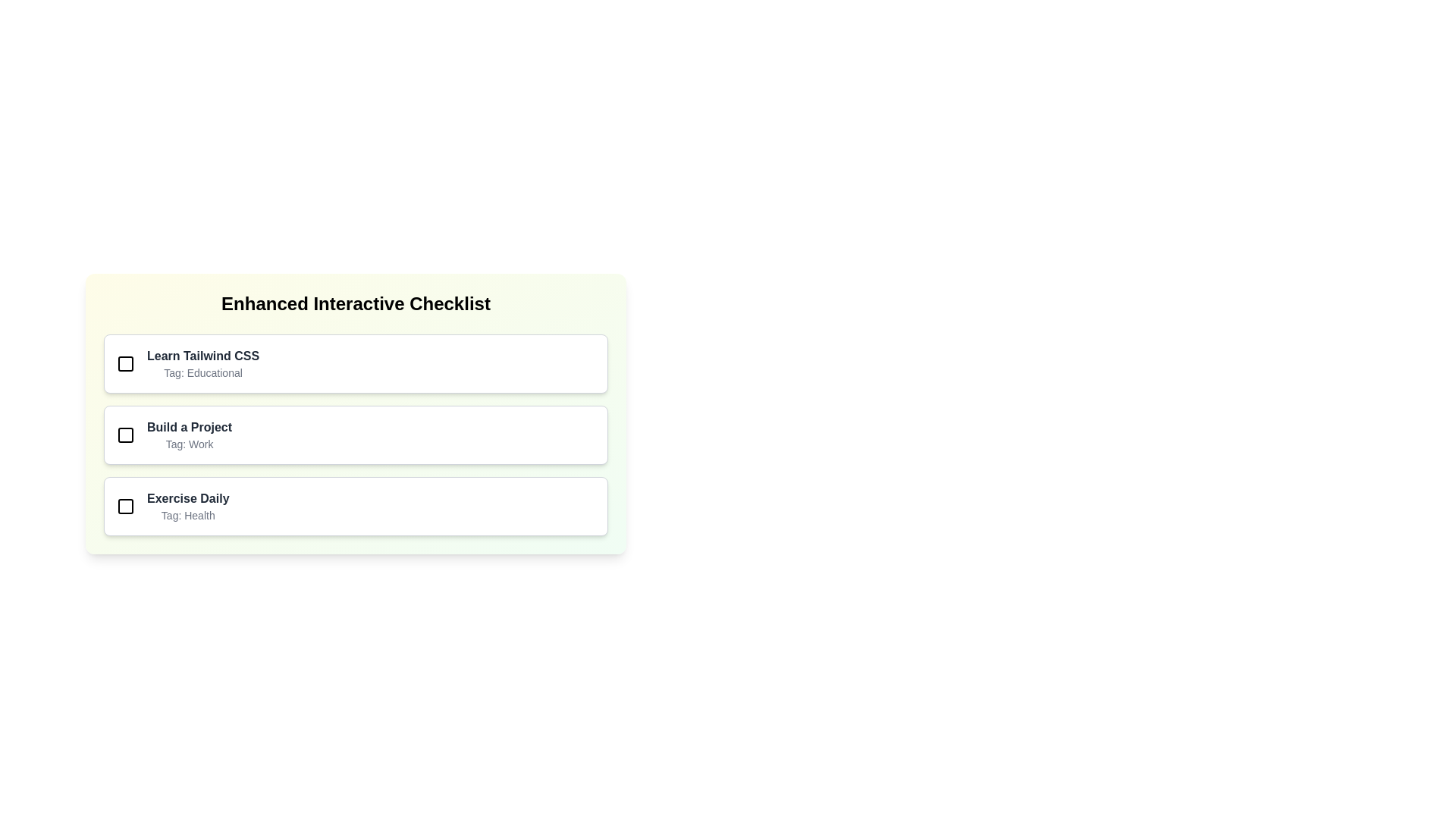 The width and height of the screenshot is (1456, 819). Describe the element at coordinates (355, 304) in the screenshot. I see `the header element of the checklist interface` at that location.